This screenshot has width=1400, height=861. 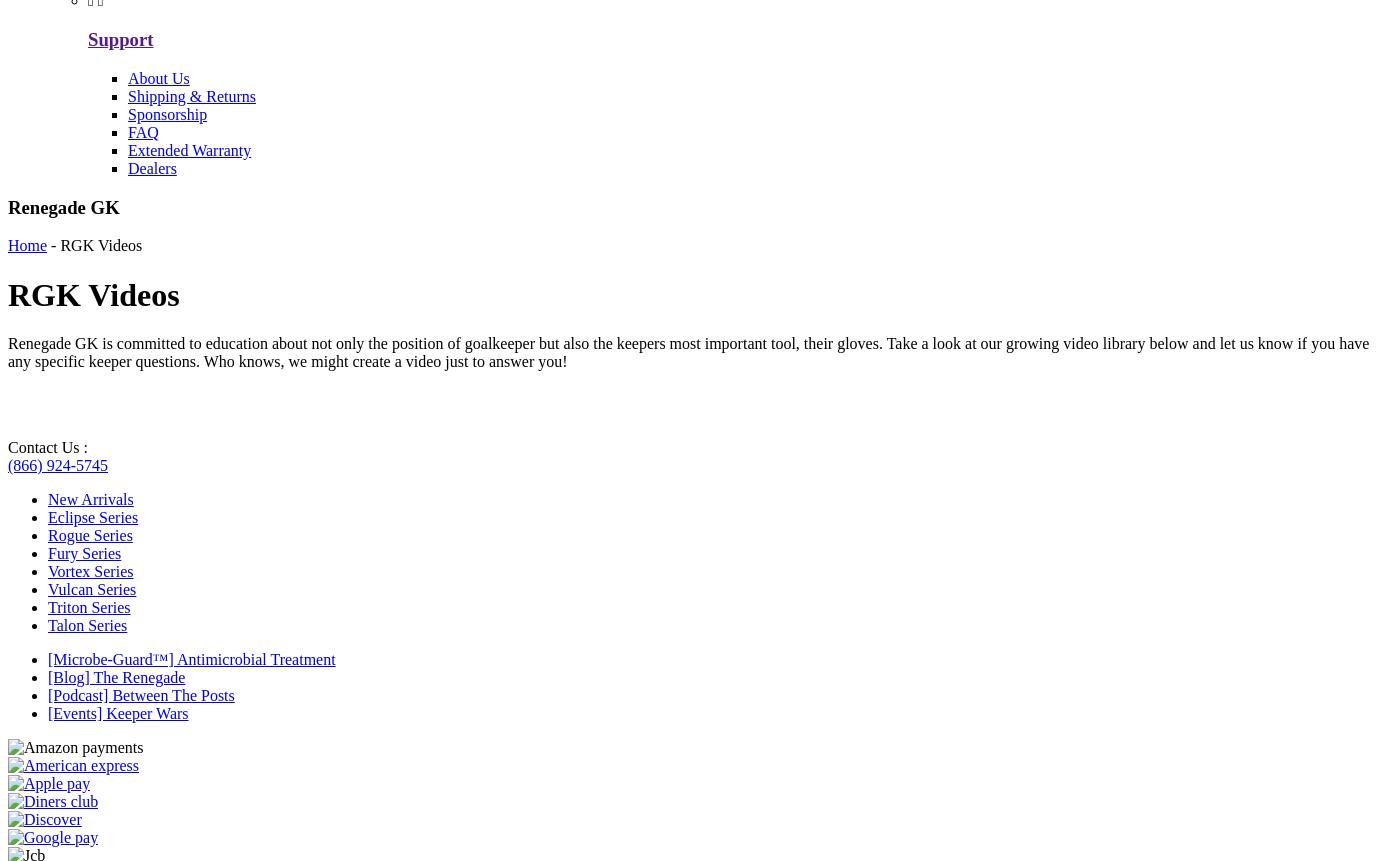 What do you see at coordinates (167, 112) in the screenshot?
I see `'Sponsorship'` at bounding box center [167, 112].